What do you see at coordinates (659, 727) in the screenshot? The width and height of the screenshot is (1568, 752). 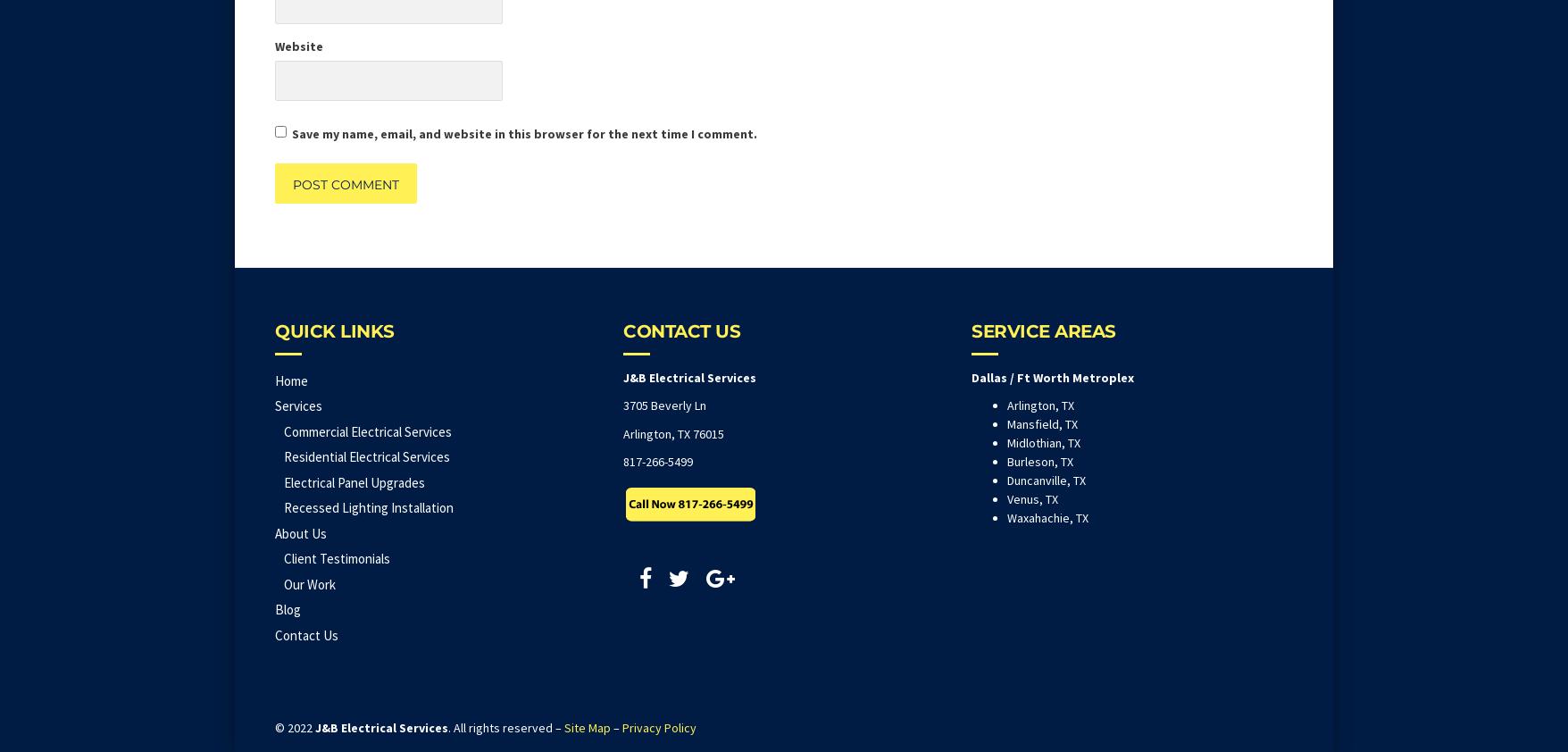 I see `'Privacy Policy'` at bounding box center [659, 727].